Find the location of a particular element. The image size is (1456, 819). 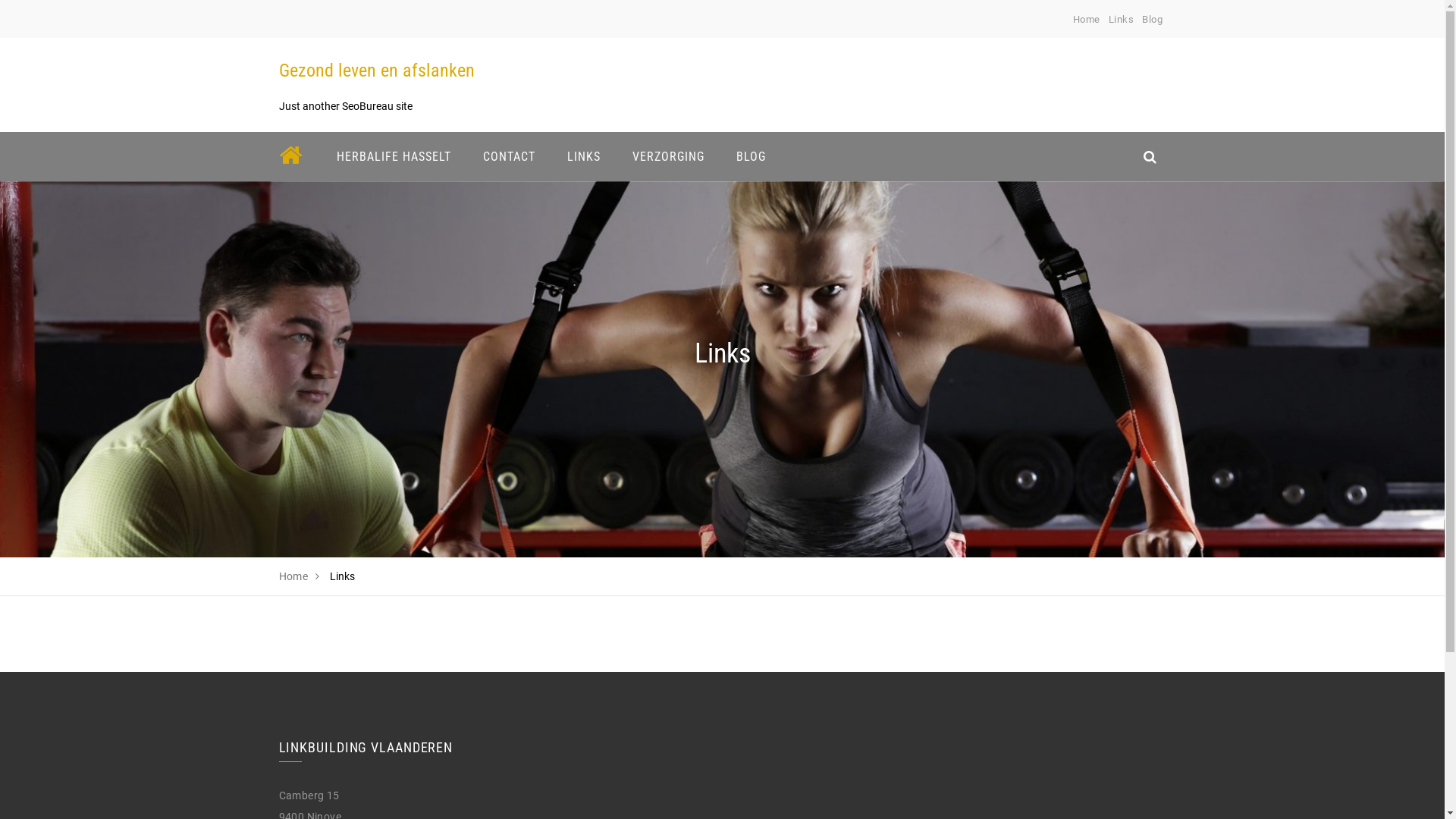

'BLOG' is located at coordinates (751, 156).